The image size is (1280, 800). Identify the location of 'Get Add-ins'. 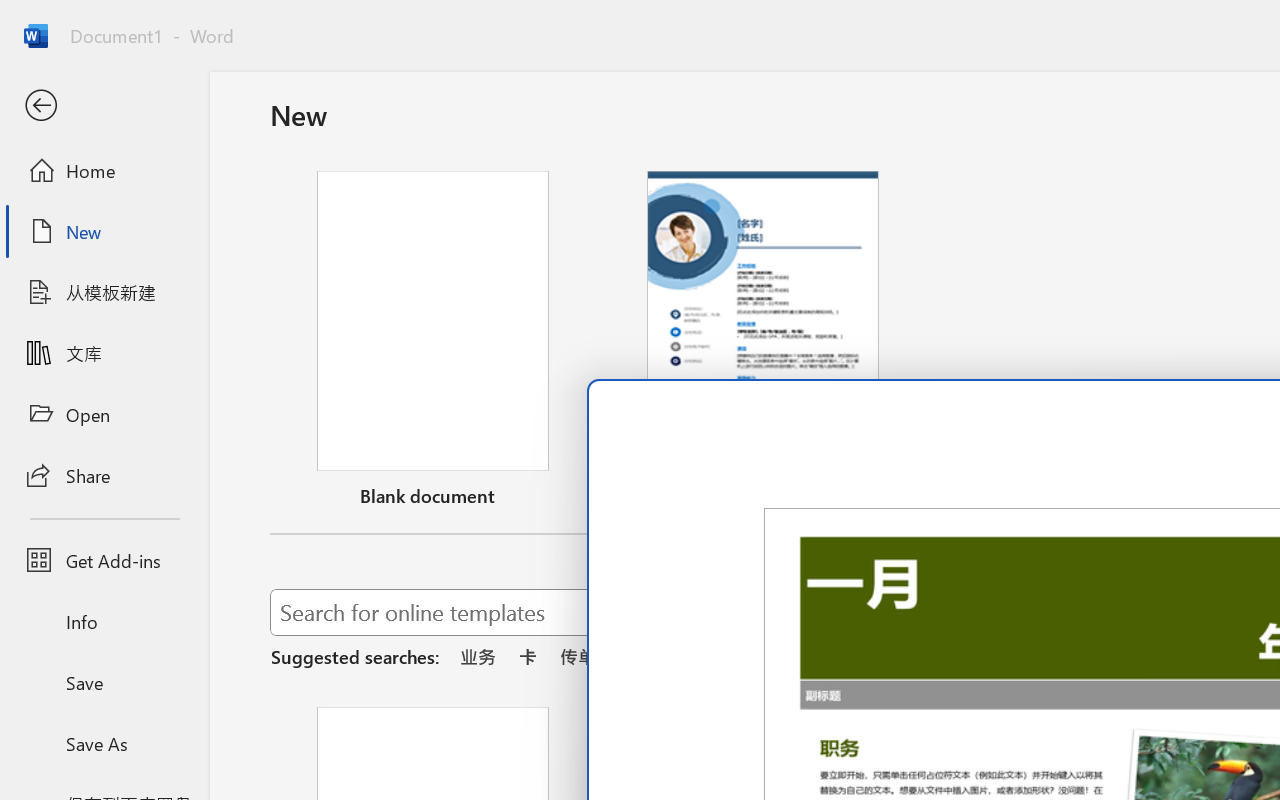
(103, 560).